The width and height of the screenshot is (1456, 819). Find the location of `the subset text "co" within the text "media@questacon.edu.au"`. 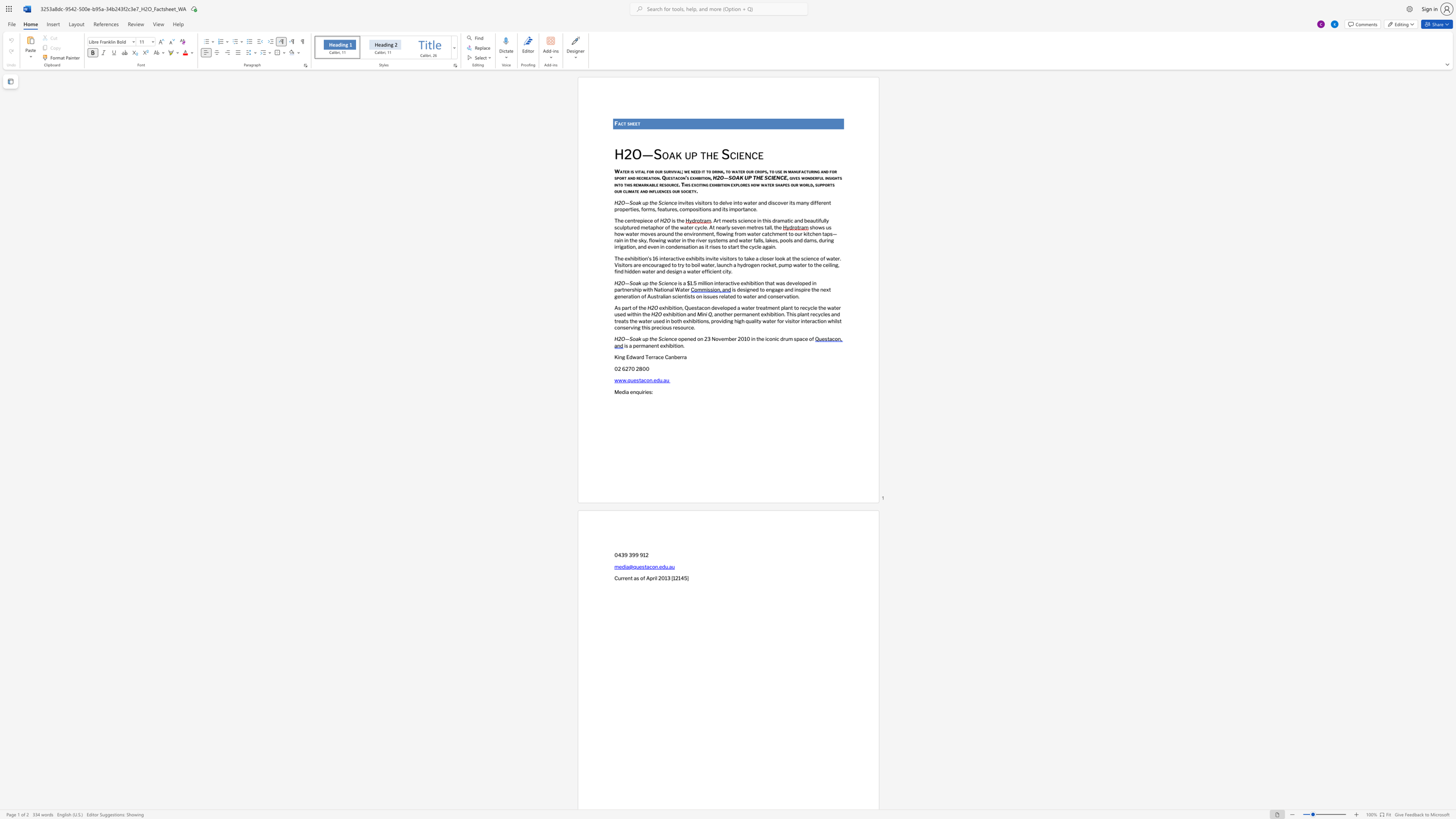

the subset text "co" within the text "media@questacon.edu.au" is located at coordinates (649, 566).